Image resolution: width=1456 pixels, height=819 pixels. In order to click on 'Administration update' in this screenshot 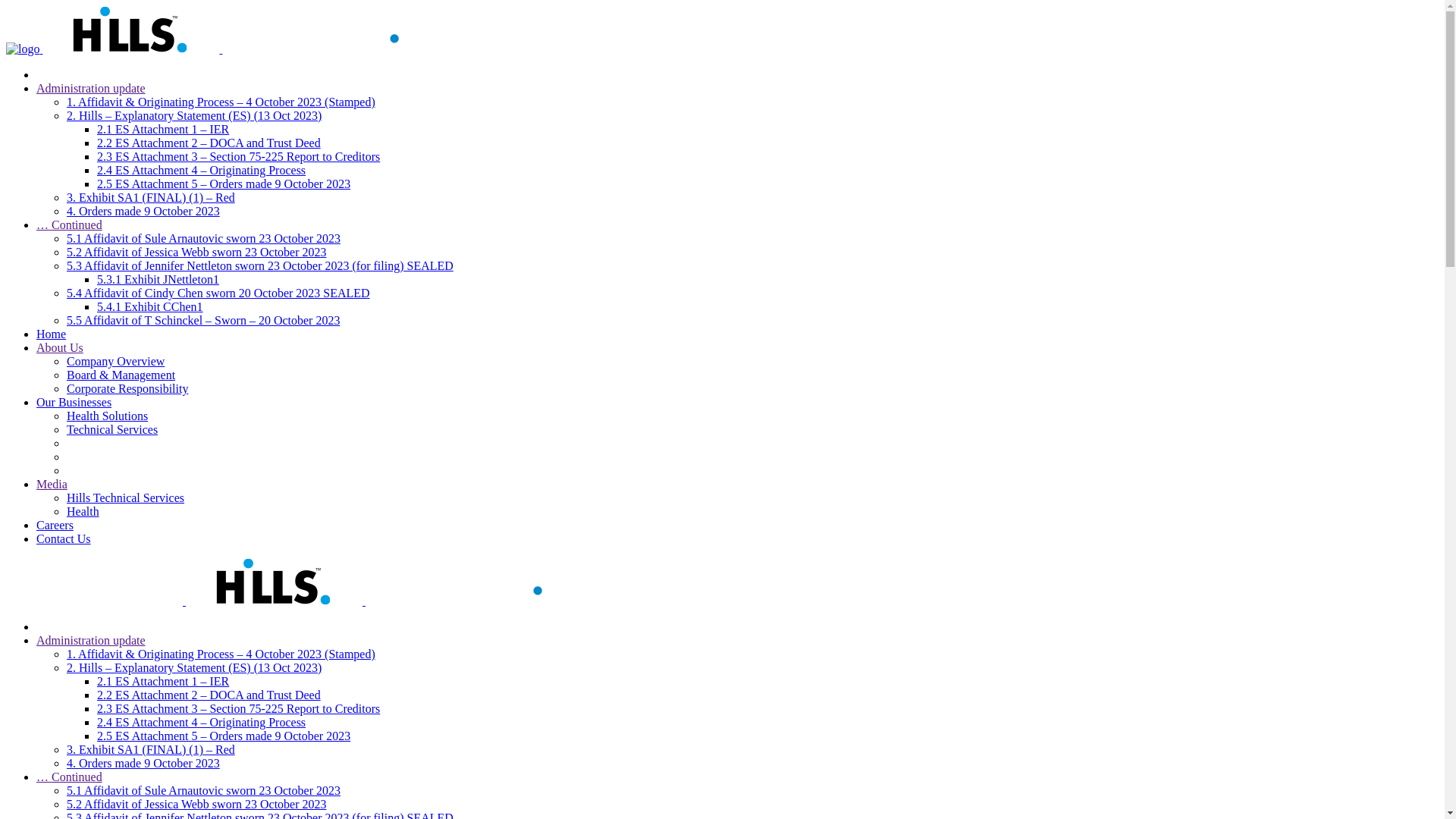, I will do `click(36, 640)`.